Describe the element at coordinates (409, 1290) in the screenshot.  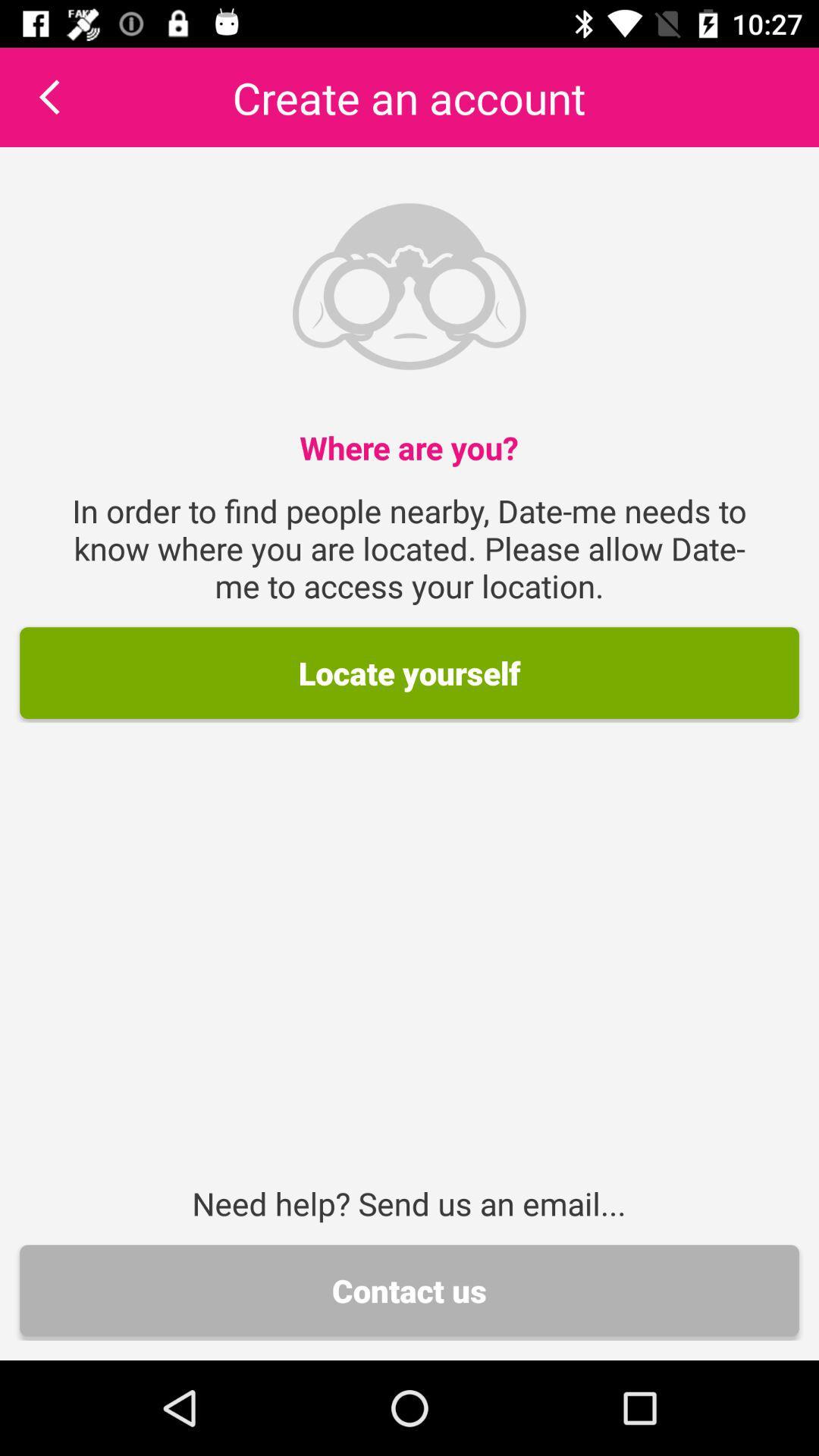
I see `contact us icon` at that location.